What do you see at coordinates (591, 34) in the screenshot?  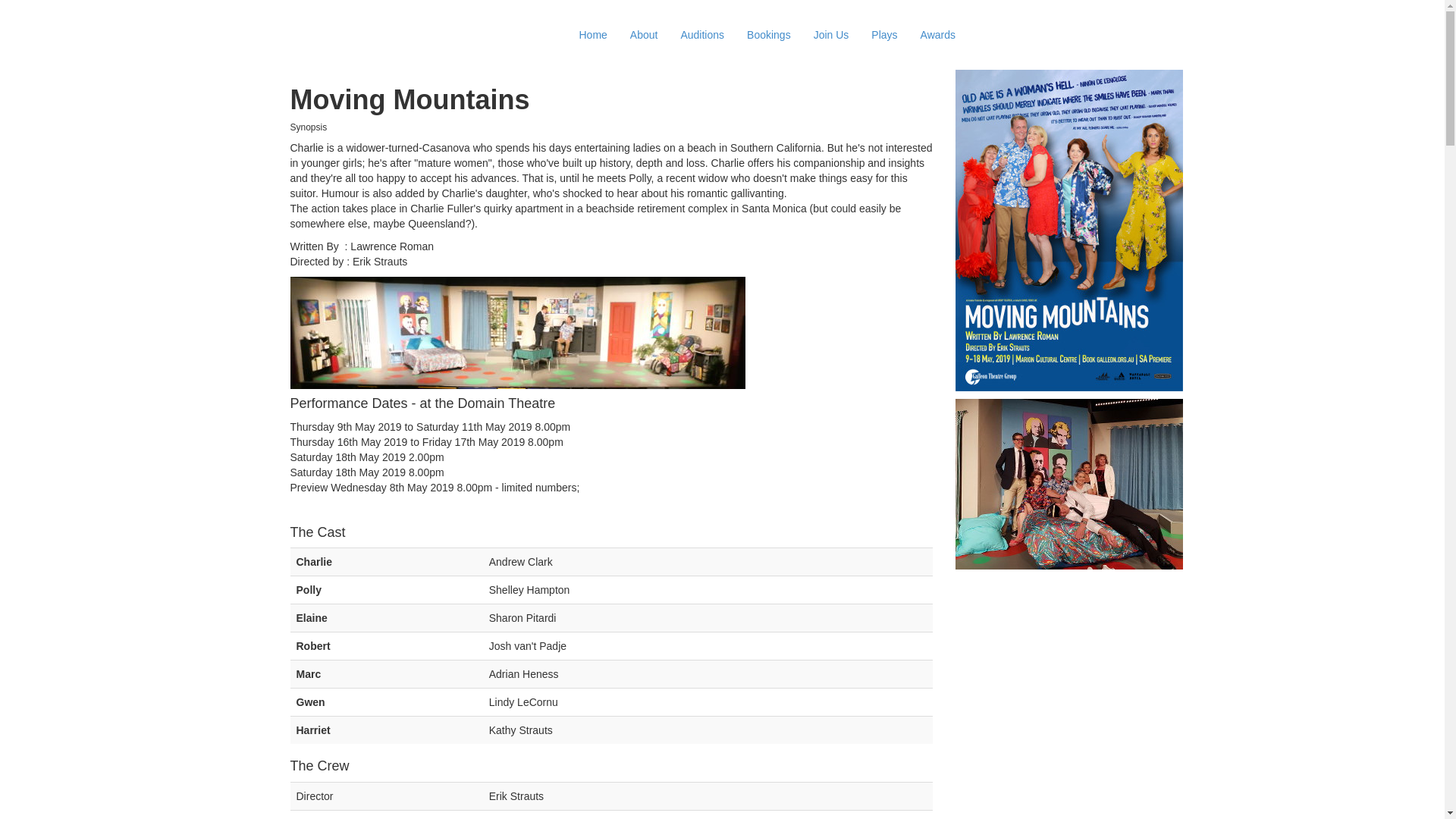 I see `'Home'` at bounding box center [591, 34].